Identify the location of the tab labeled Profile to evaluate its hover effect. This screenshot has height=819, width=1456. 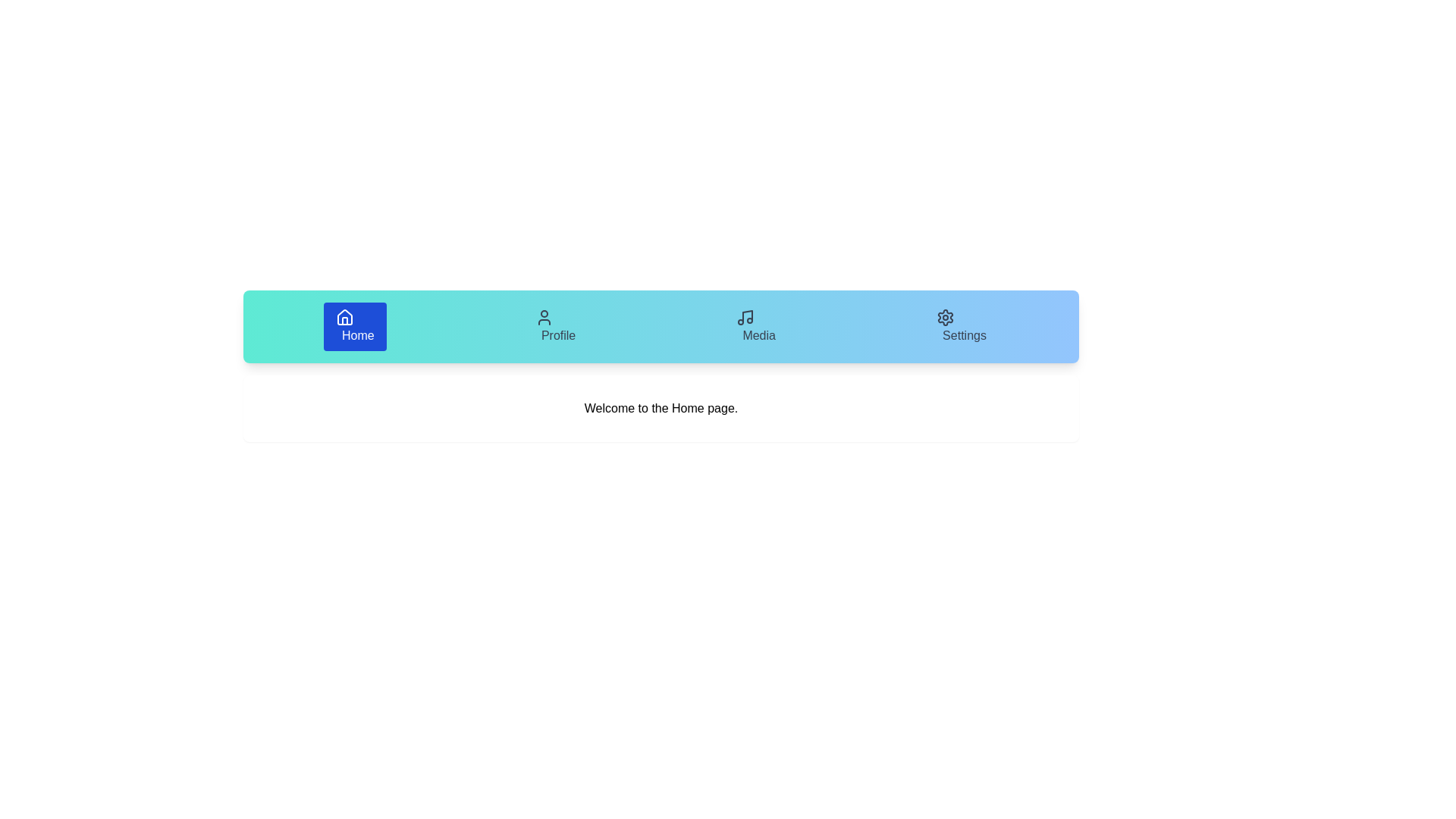
(554, 326).